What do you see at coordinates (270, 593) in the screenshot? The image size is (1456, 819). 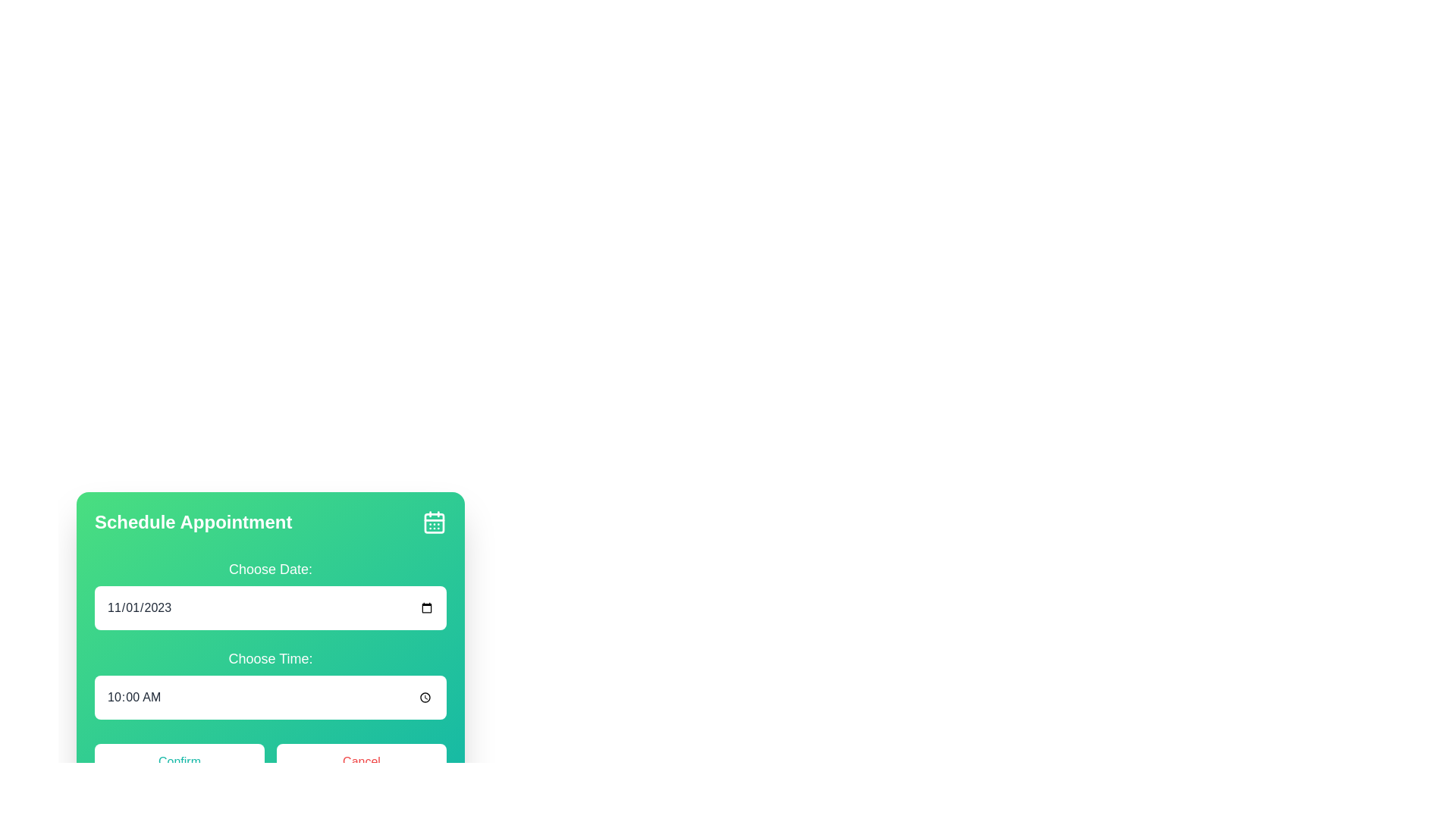 I see `the Date input field located below the 'Schedule Appointment' heading to focus on it` at bounding box center [270, 593].